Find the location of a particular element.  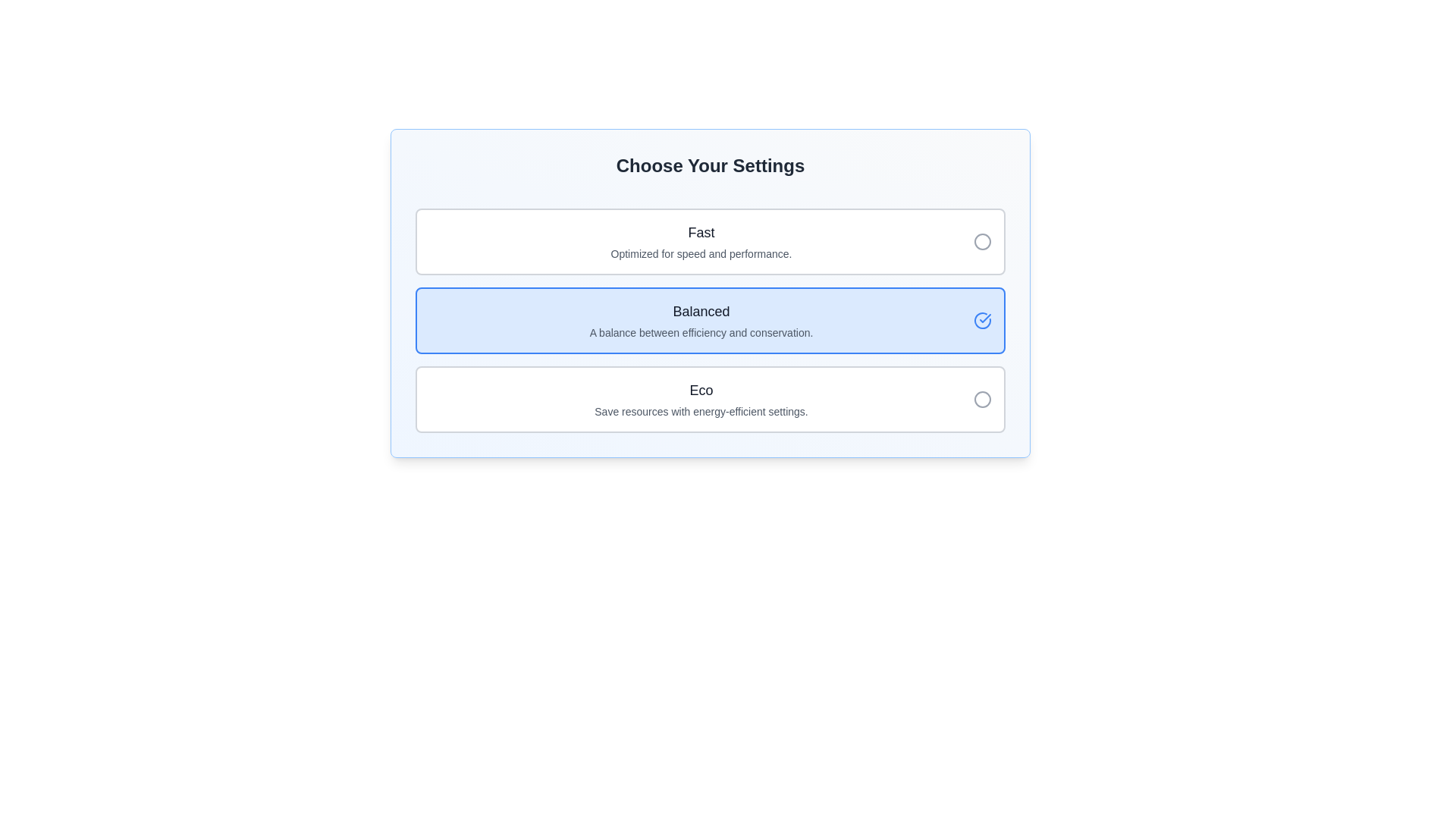

the 'Balanced' radio button option within the 'Choose Your Settings' section is located at coordinates (709, 320).